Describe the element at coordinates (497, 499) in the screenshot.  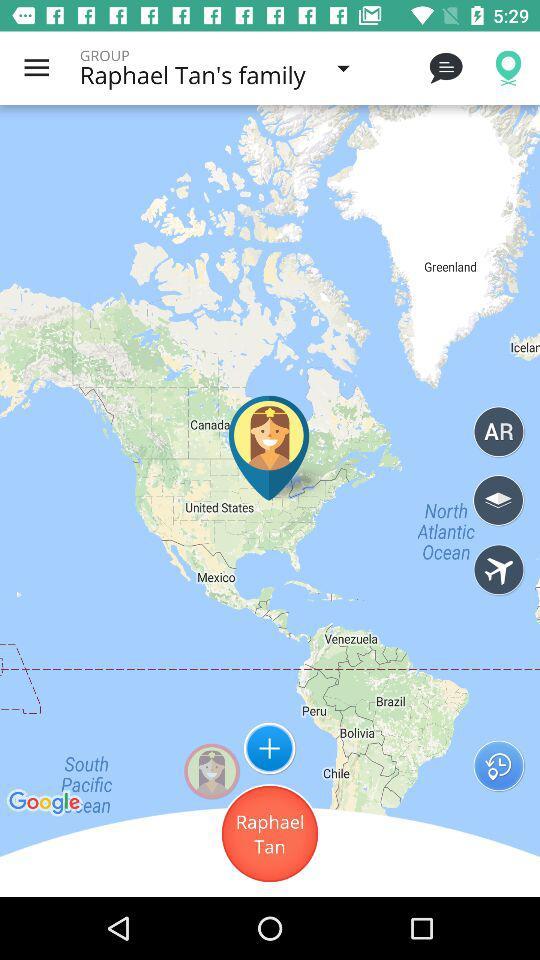
I see `3d view` at that location.